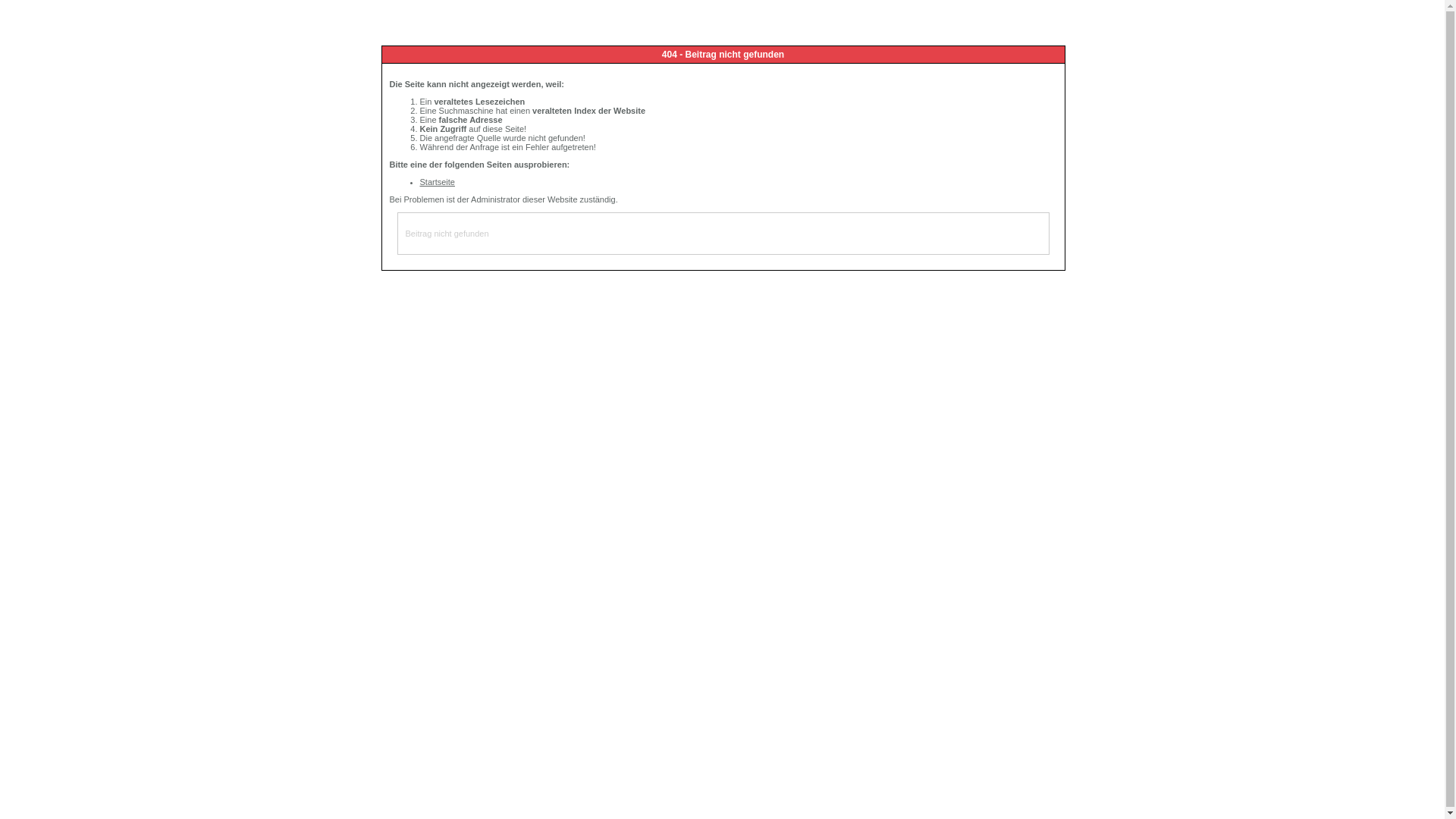 The image size is (1456, 819). What do you see at coordinates (419, 180) in the screenshot?
I see `'Startseite'` at bounding box center [419, 180].